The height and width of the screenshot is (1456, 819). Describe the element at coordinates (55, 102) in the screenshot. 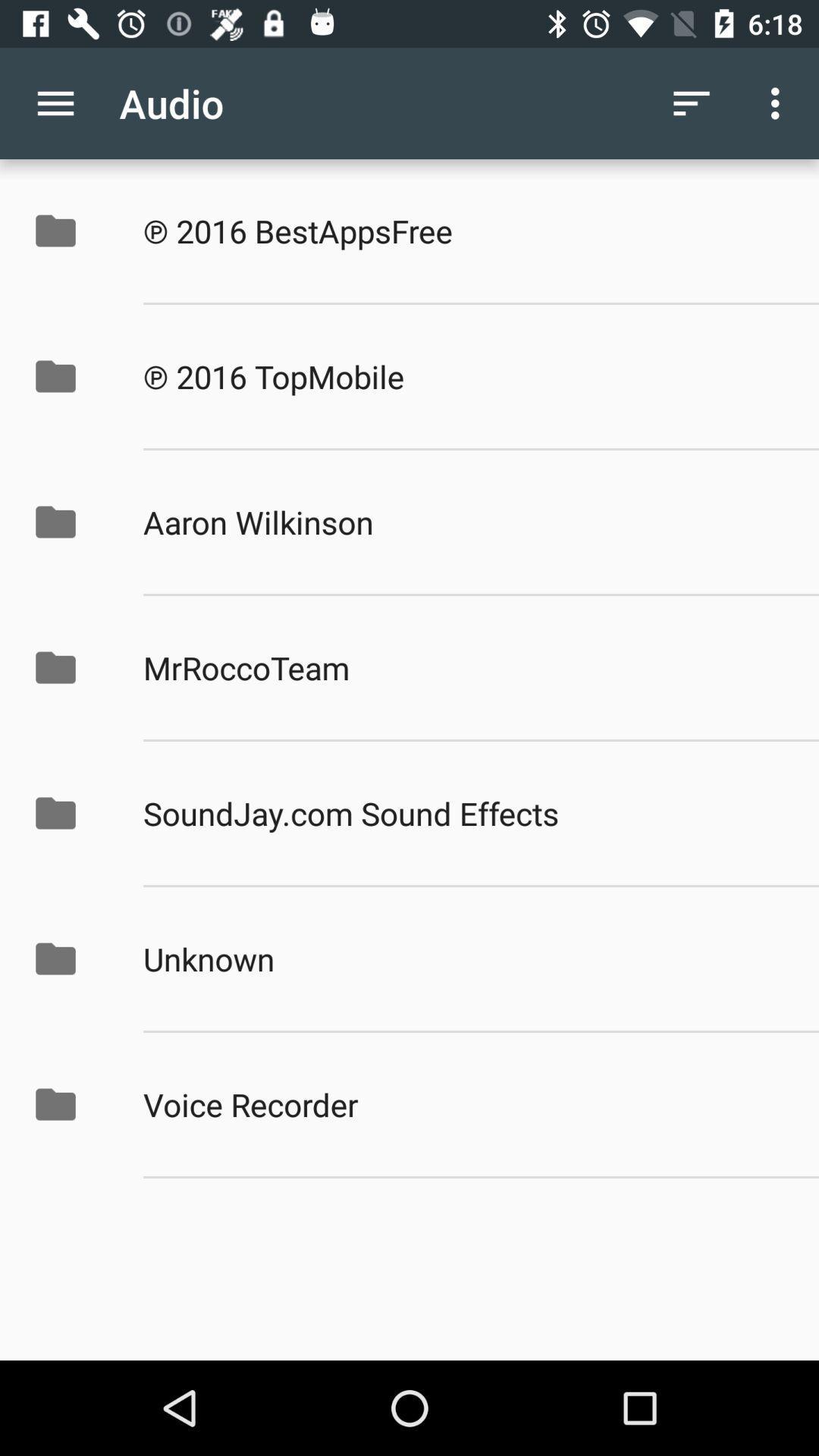

I see `the app next to audio` at that location.